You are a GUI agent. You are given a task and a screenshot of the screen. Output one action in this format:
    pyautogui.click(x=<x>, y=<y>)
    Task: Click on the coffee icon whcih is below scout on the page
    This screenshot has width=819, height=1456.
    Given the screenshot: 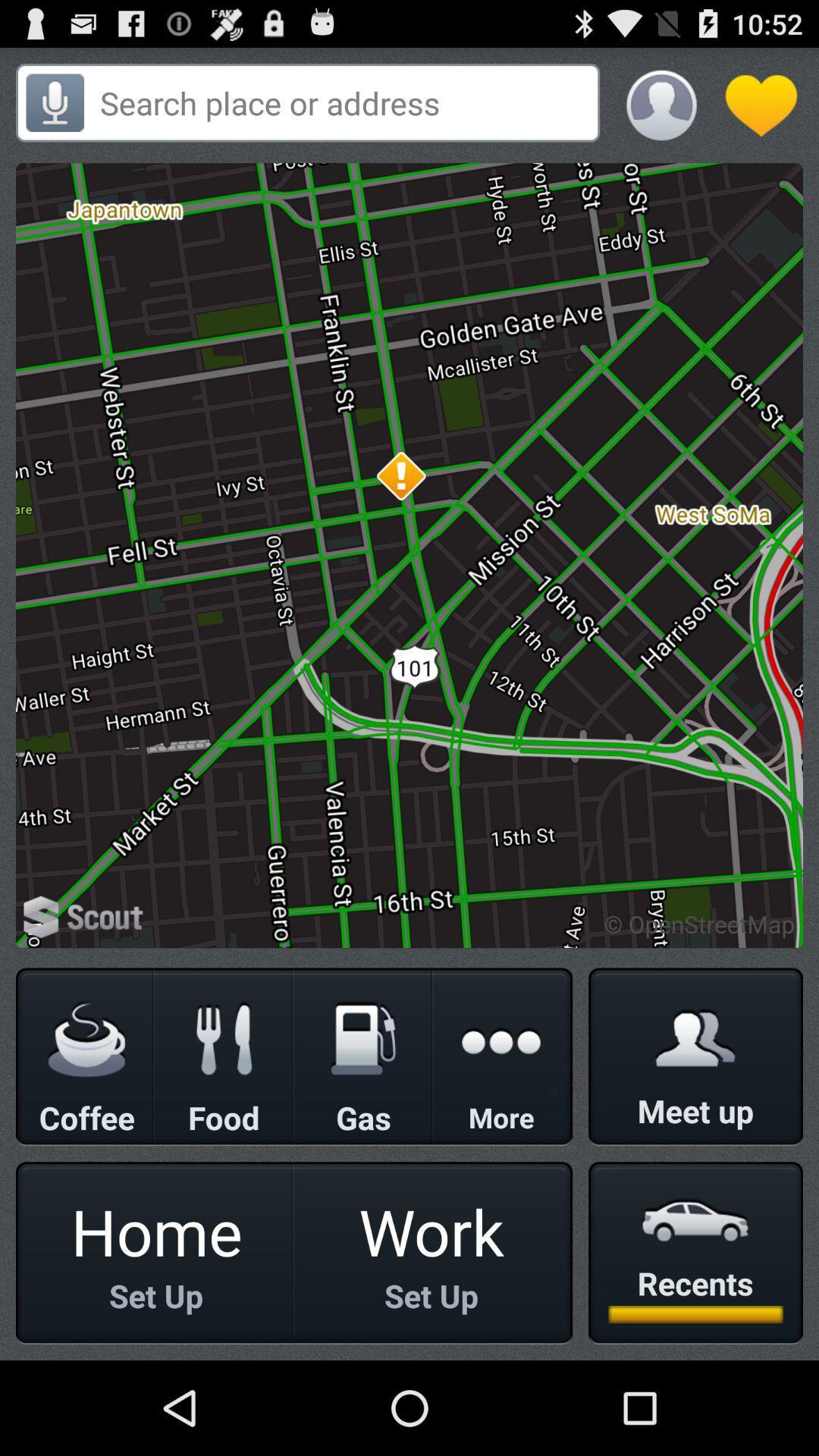 What is the action you would take?
    pyautogui.click(x=86, y=1039)
    